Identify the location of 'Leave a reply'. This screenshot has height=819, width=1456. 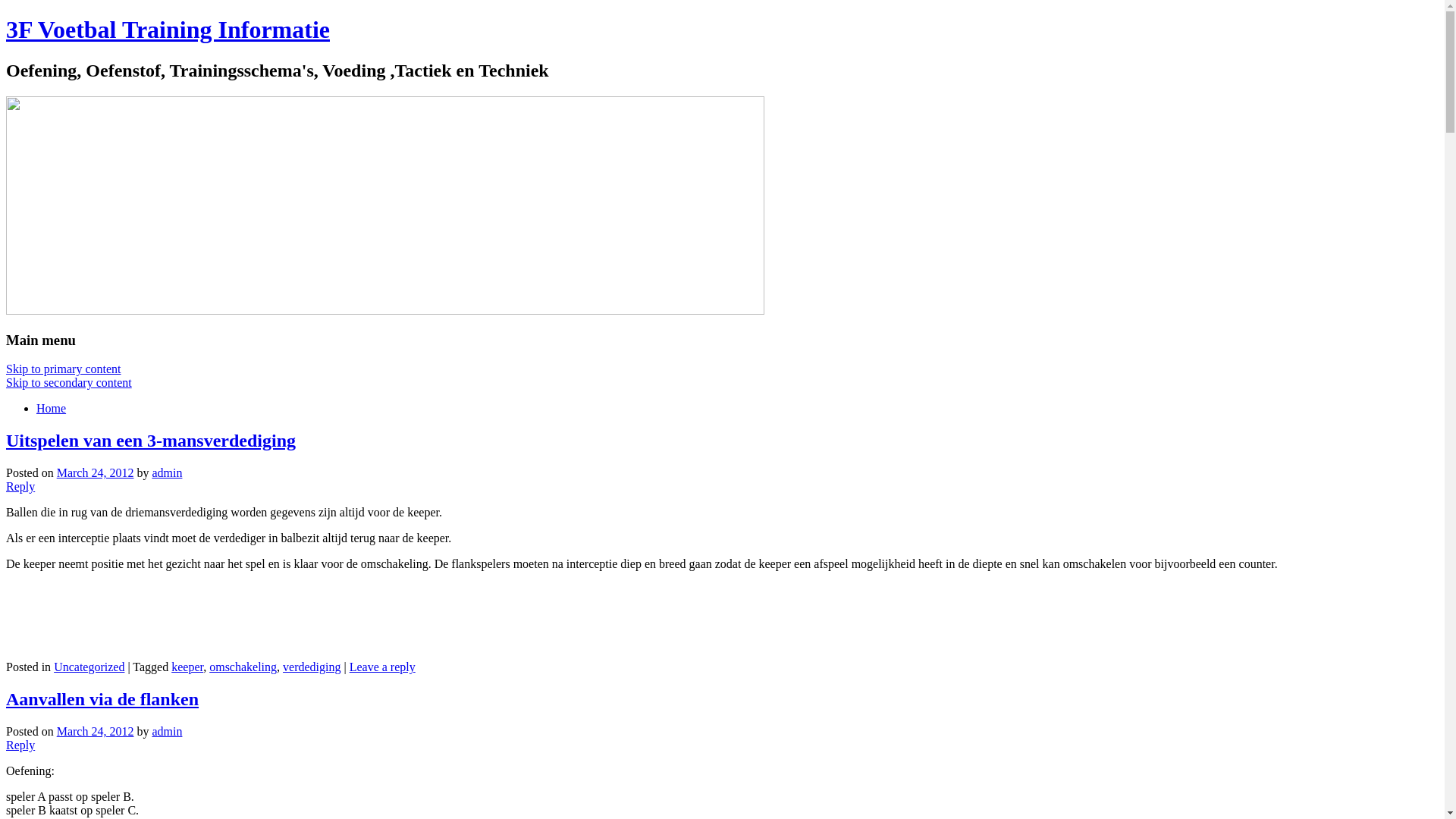
(382, 666).